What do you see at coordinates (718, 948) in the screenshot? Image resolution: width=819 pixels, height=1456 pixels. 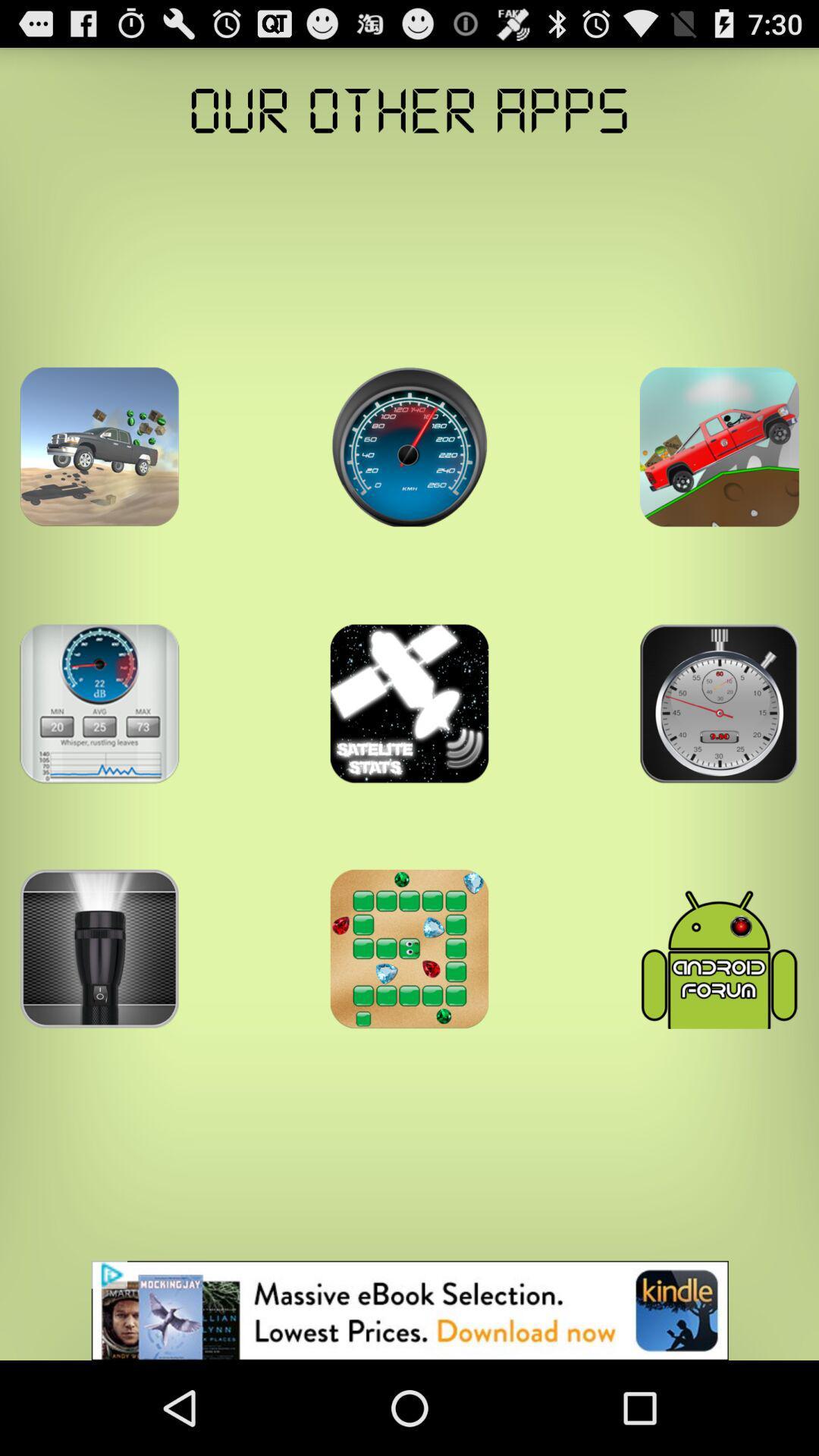 I see `open android forum app` at bounding box center [718, 948].